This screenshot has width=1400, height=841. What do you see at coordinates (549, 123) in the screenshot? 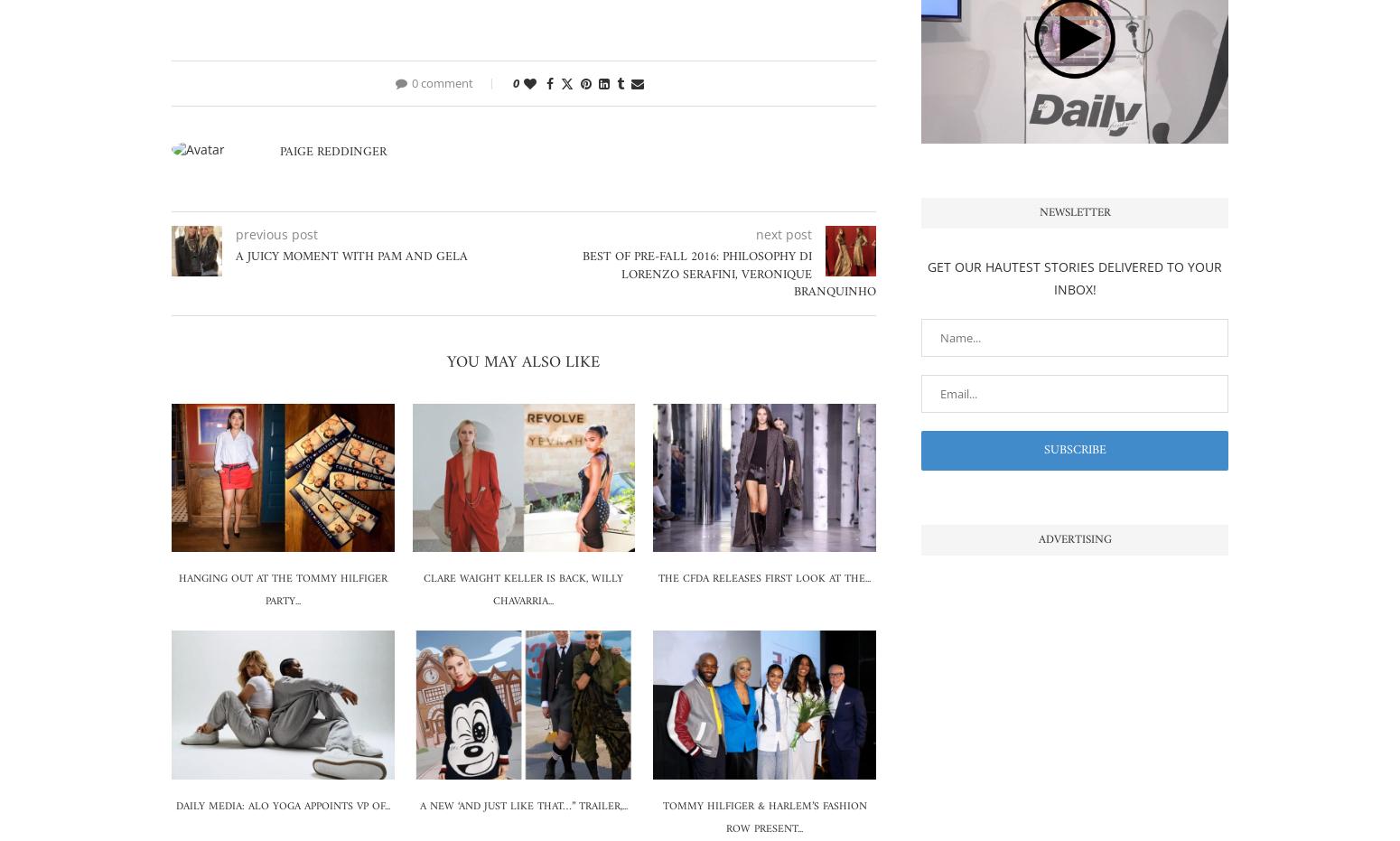
I see `'Facebook'` at bounding box center [549, 123].